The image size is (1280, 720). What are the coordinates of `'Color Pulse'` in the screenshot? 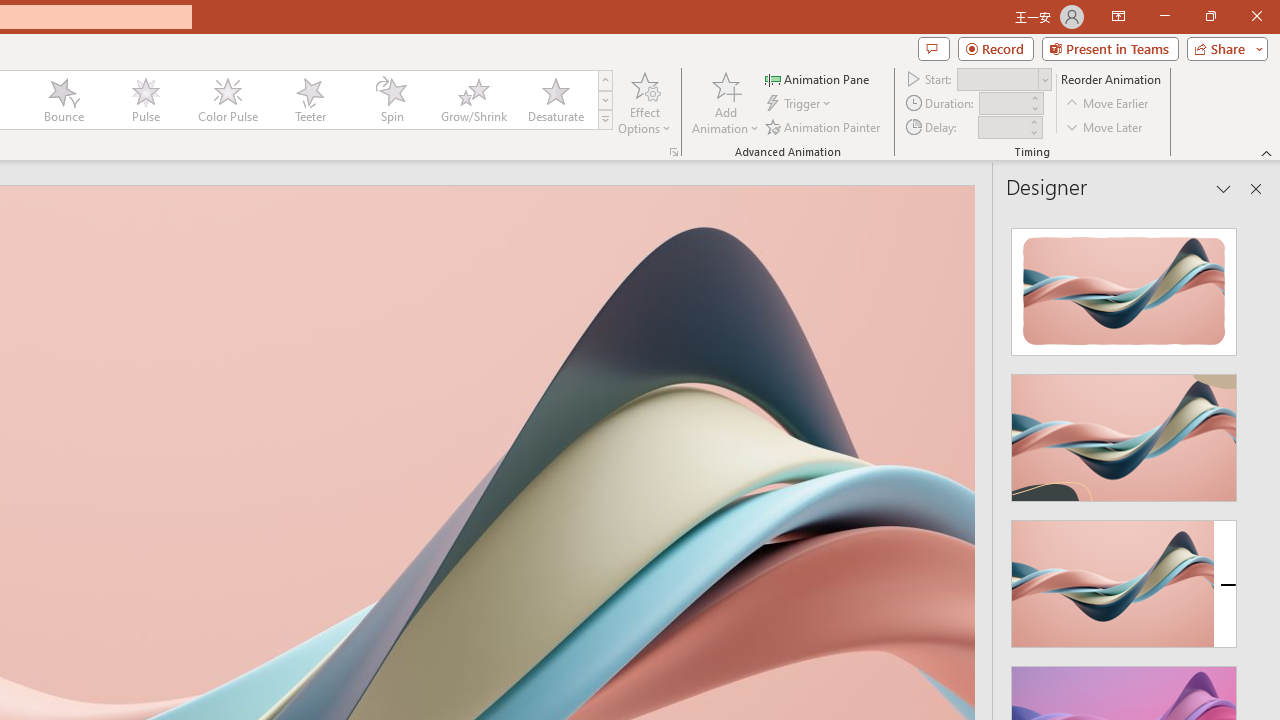 It's located at (227, 100).